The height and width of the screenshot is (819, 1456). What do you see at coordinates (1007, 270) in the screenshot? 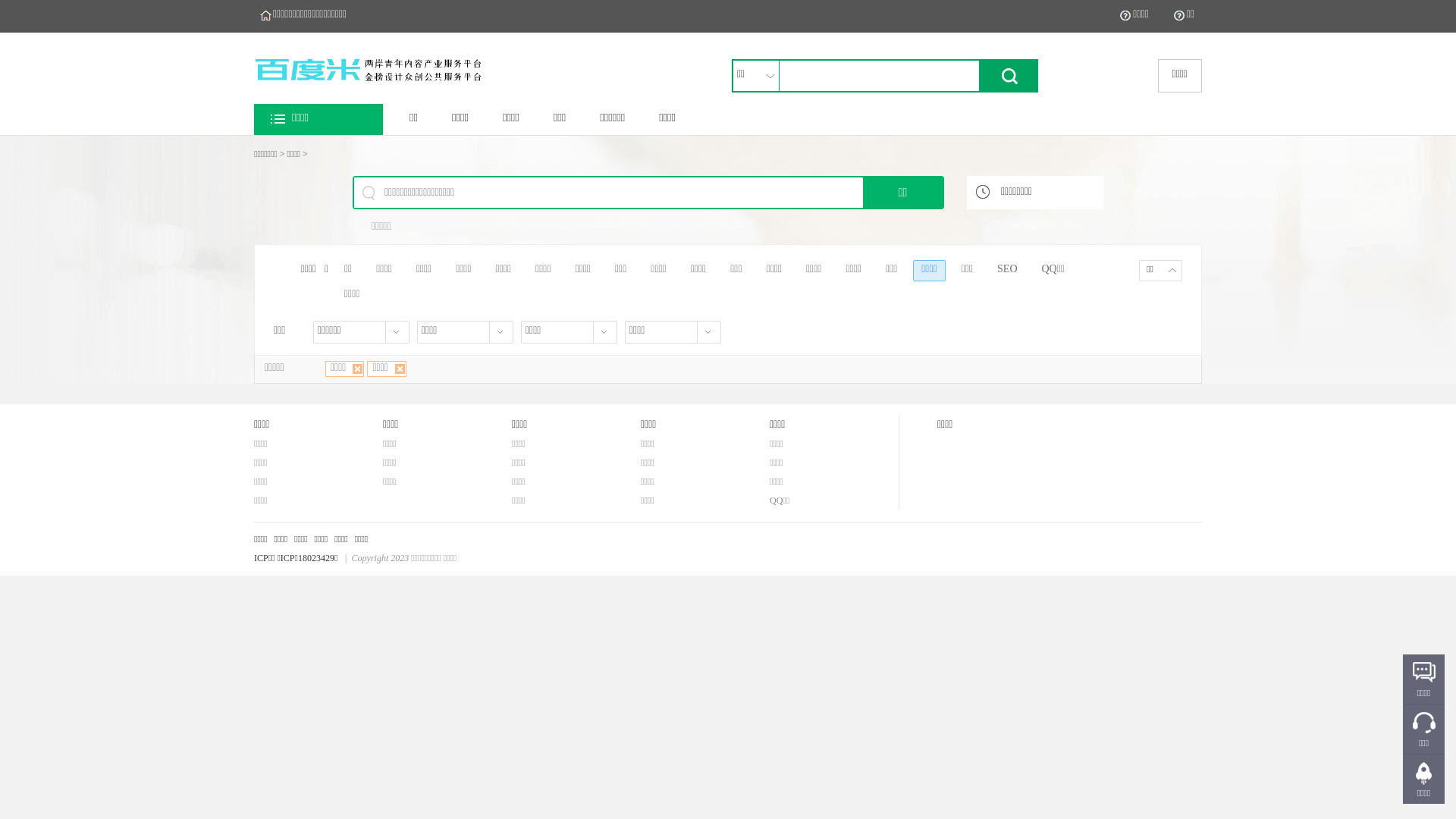
I see `'SEO'` at bounding box center [1007, 270].